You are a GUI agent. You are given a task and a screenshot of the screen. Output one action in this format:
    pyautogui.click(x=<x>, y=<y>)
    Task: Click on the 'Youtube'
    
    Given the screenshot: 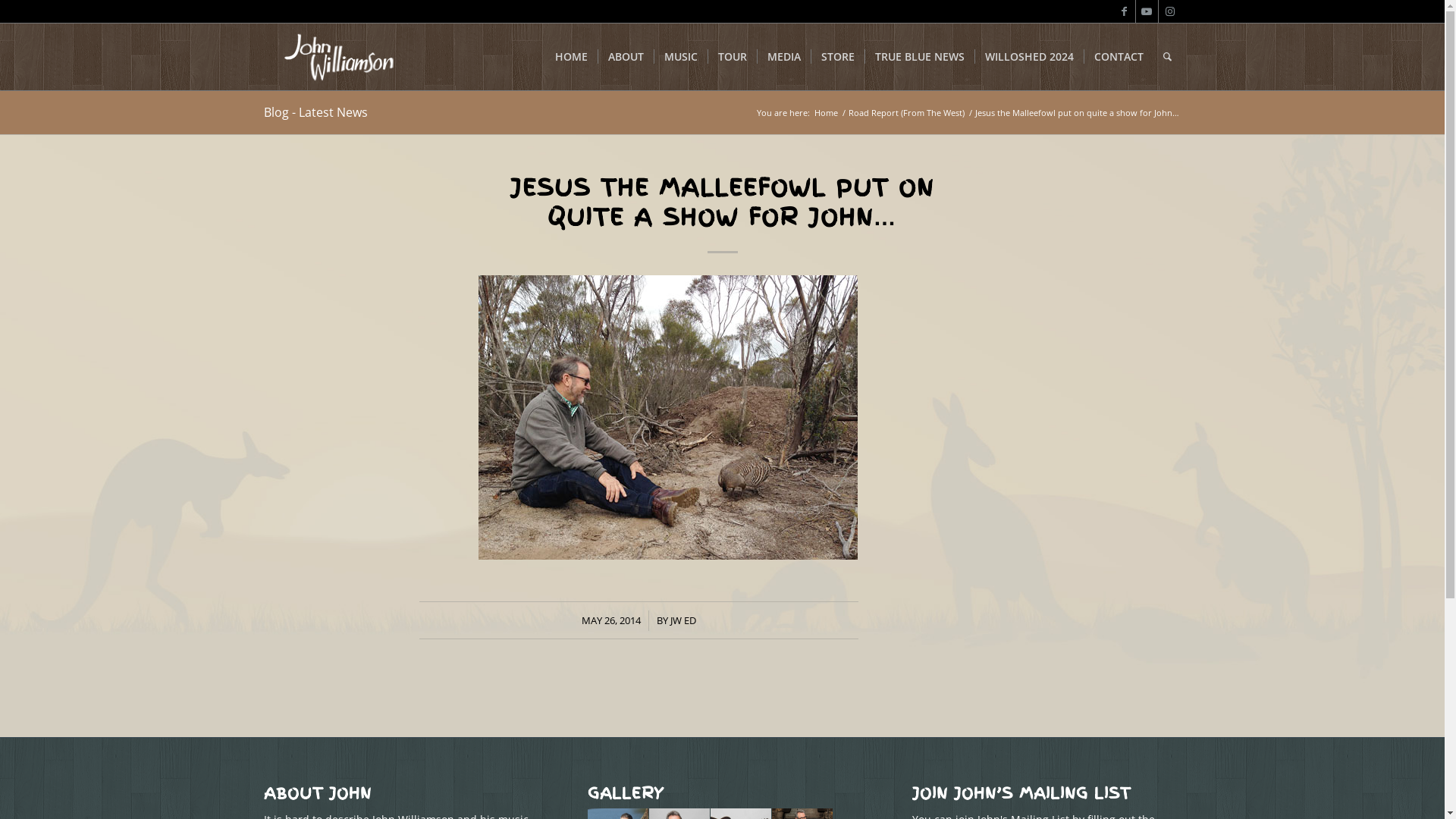 What is the action you would take?
    pyautogui.click(x=1147, y=11)
    